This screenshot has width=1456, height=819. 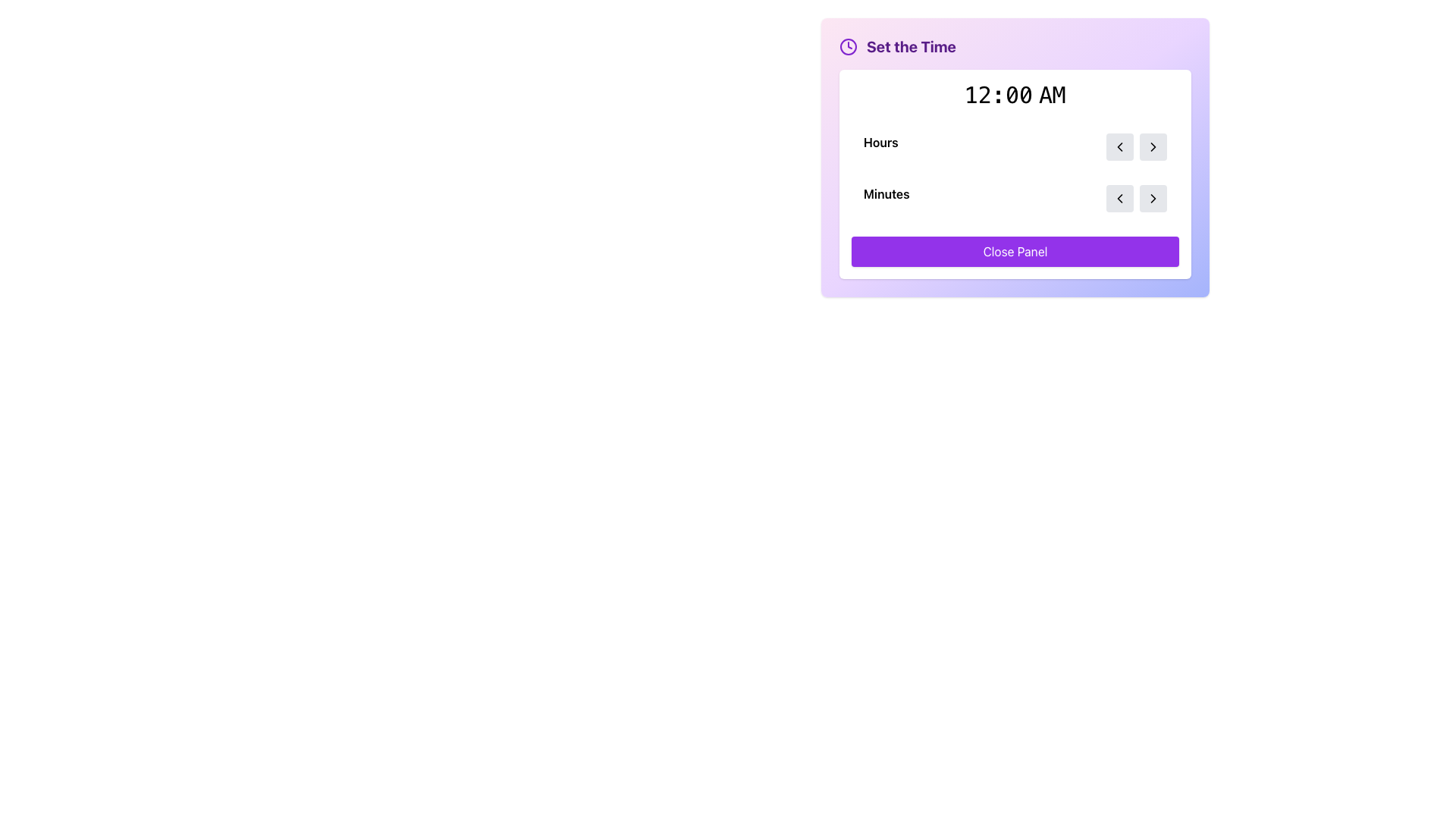 I want to click on the static text element that reads 'Set the Time', which is prominently displayed in bold purple color and located next to the clock icon in the header area of the time picker interface, so click(x=910, y=45).